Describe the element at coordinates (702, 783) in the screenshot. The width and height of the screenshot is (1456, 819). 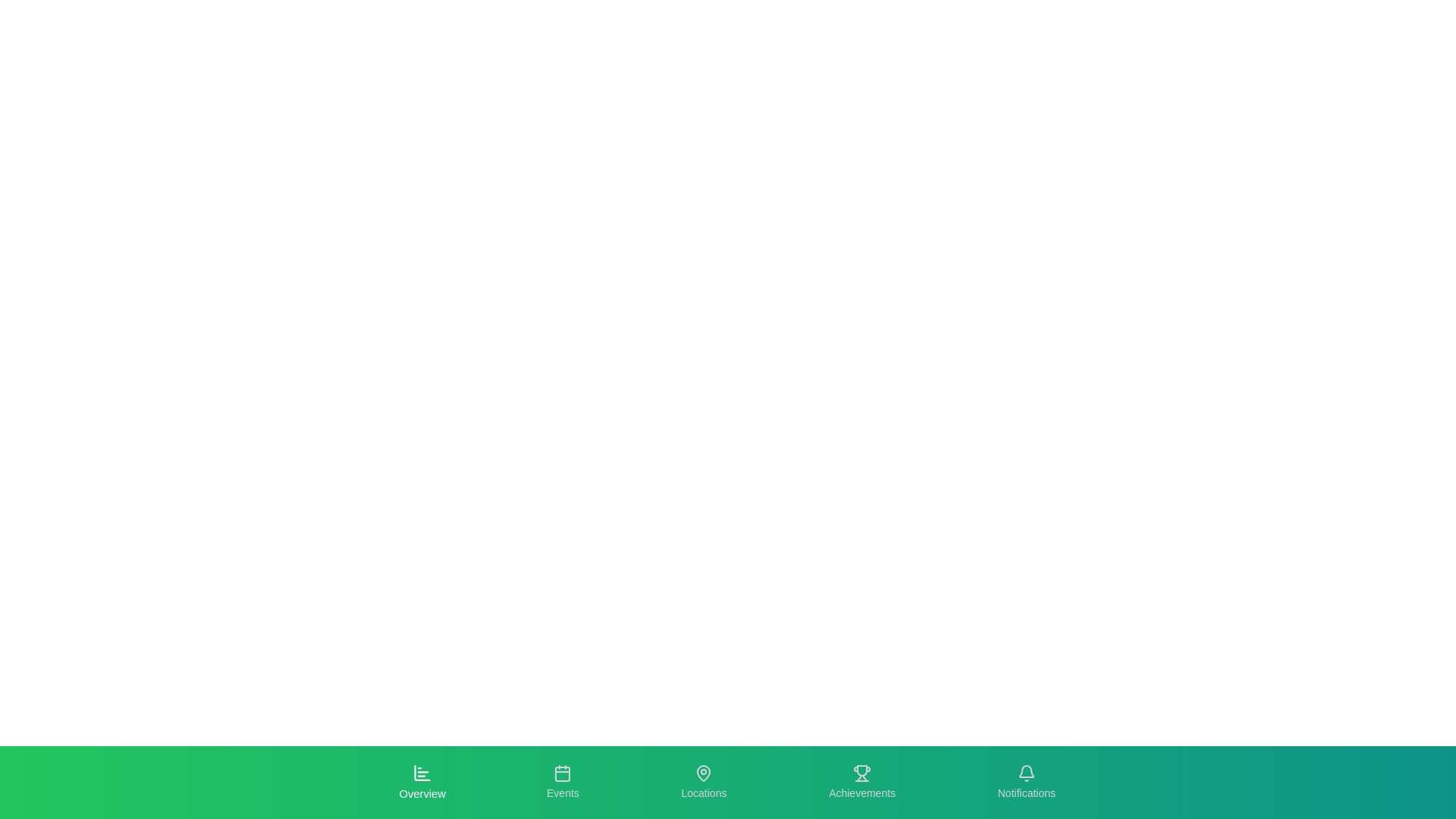
I see `the tab labeled Locations to see its hover effect` at that location.